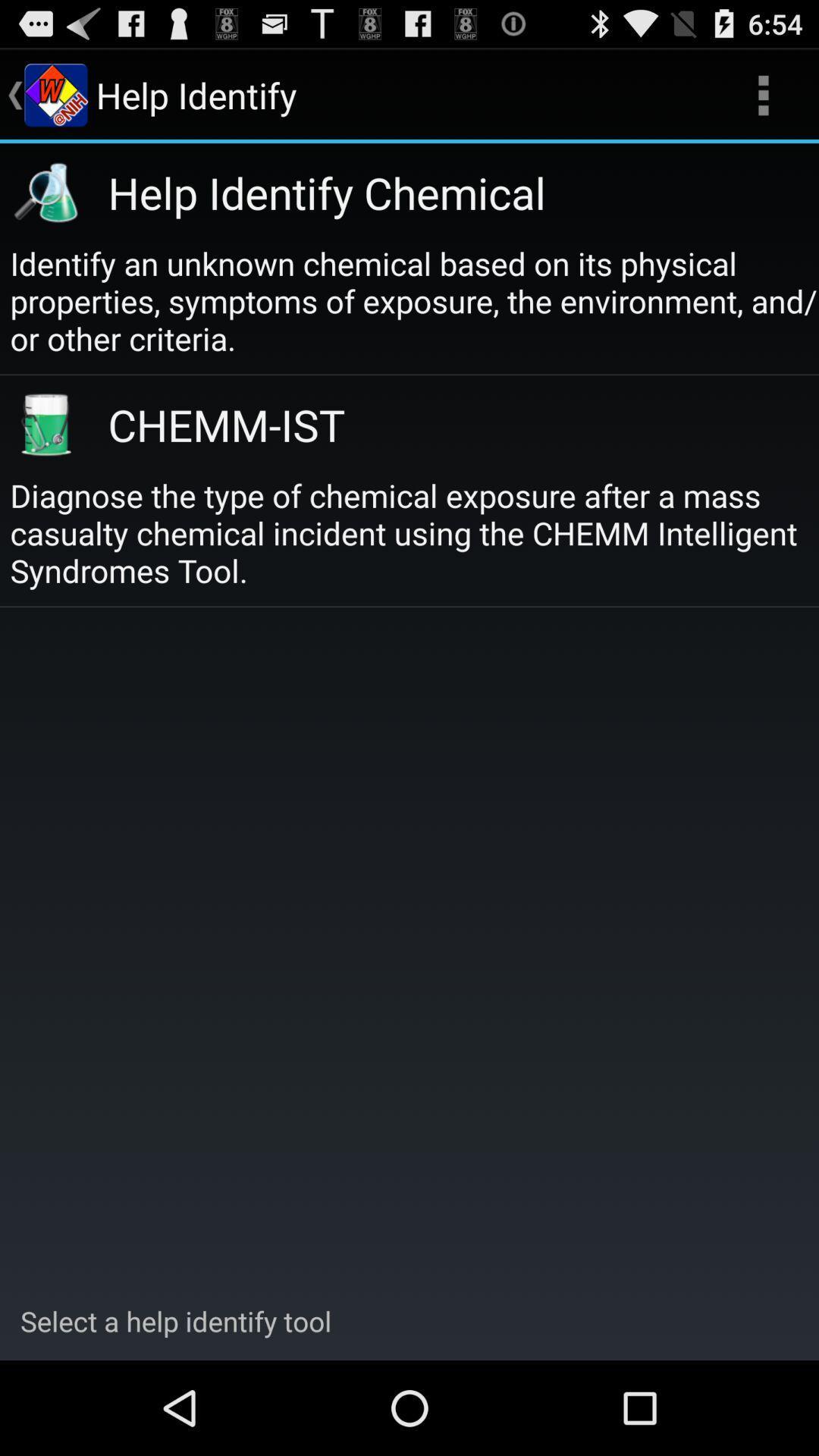 Image resolution: width=819 pixels, height=1456 pixels. What do you see at coordinates (763, 94) in the screenshot?
I see `icon next to help identify item` at bounding box center [763, 94].